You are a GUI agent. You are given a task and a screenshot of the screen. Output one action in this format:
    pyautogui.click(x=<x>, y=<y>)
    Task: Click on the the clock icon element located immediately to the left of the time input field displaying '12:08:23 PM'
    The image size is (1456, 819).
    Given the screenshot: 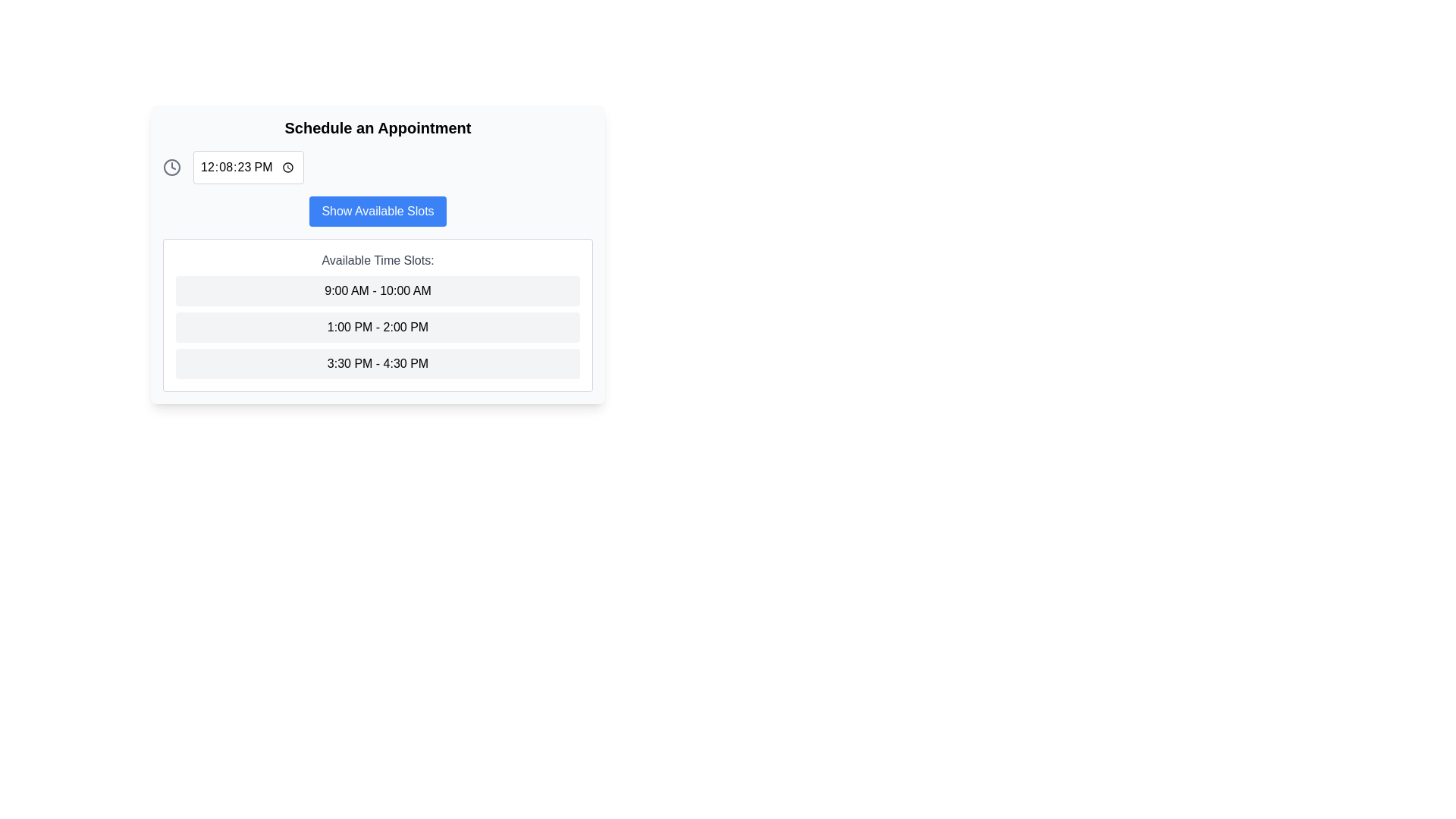 What is the action you would take?
    pyautogui.click(x=171, y=167)
    